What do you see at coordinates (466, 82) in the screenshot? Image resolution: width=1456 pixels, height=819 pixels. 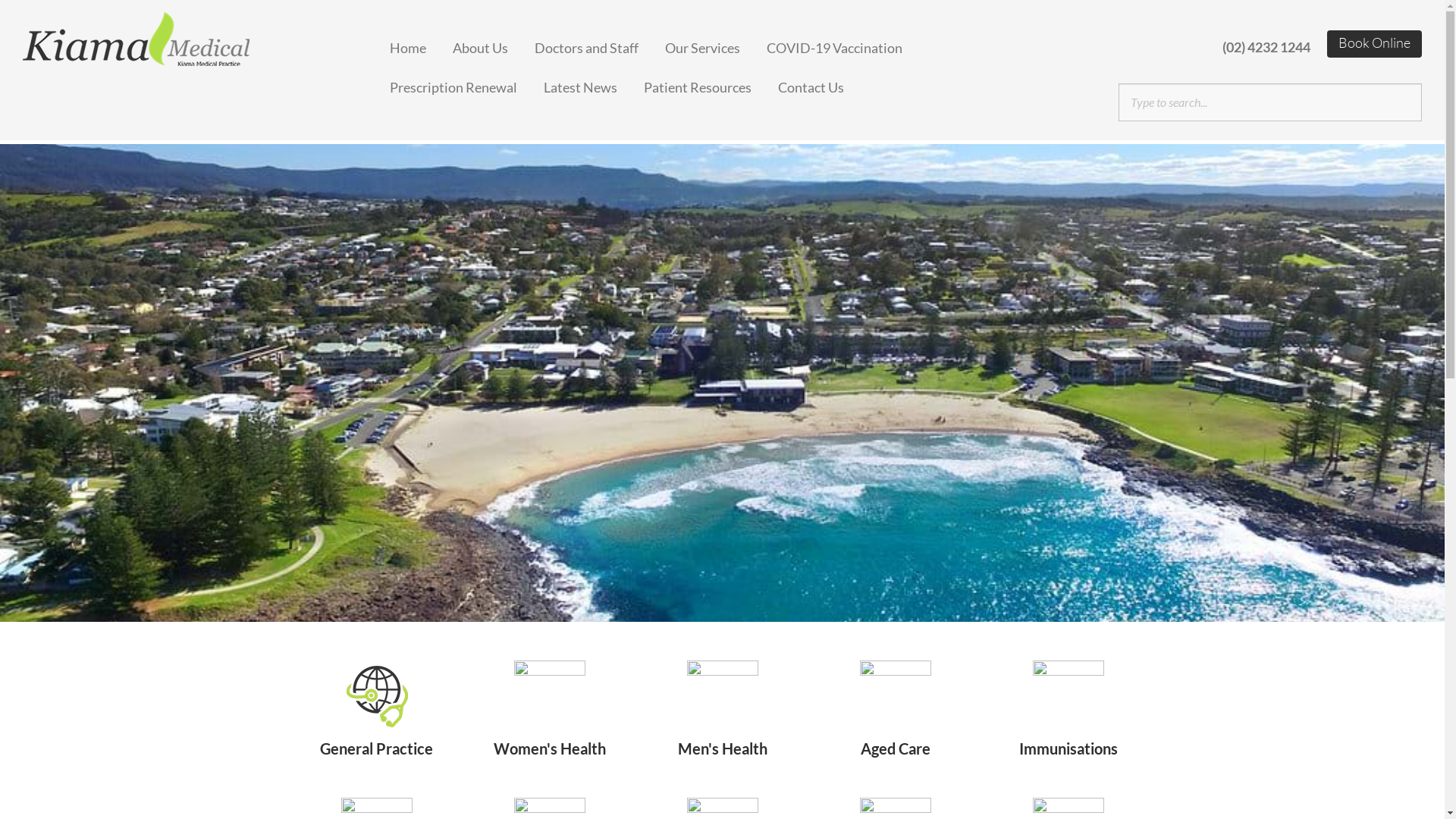 I see `'Prescription Renewal'` at bounding box center [466, 82].